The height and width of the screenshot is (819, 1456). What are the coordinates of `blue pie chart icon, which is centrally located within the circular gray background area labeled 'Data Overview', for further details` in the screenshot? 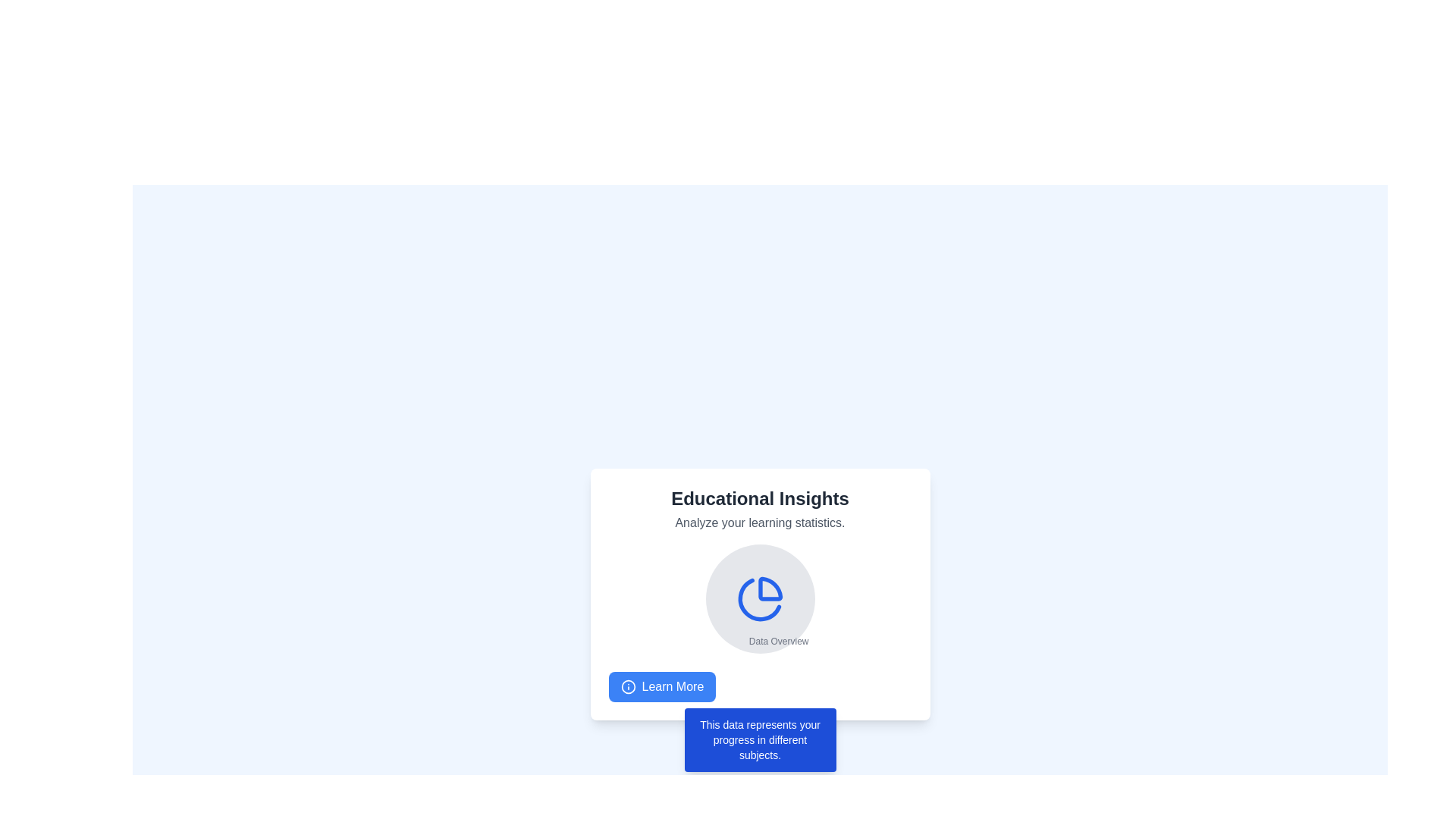 It's located at (760, 598).